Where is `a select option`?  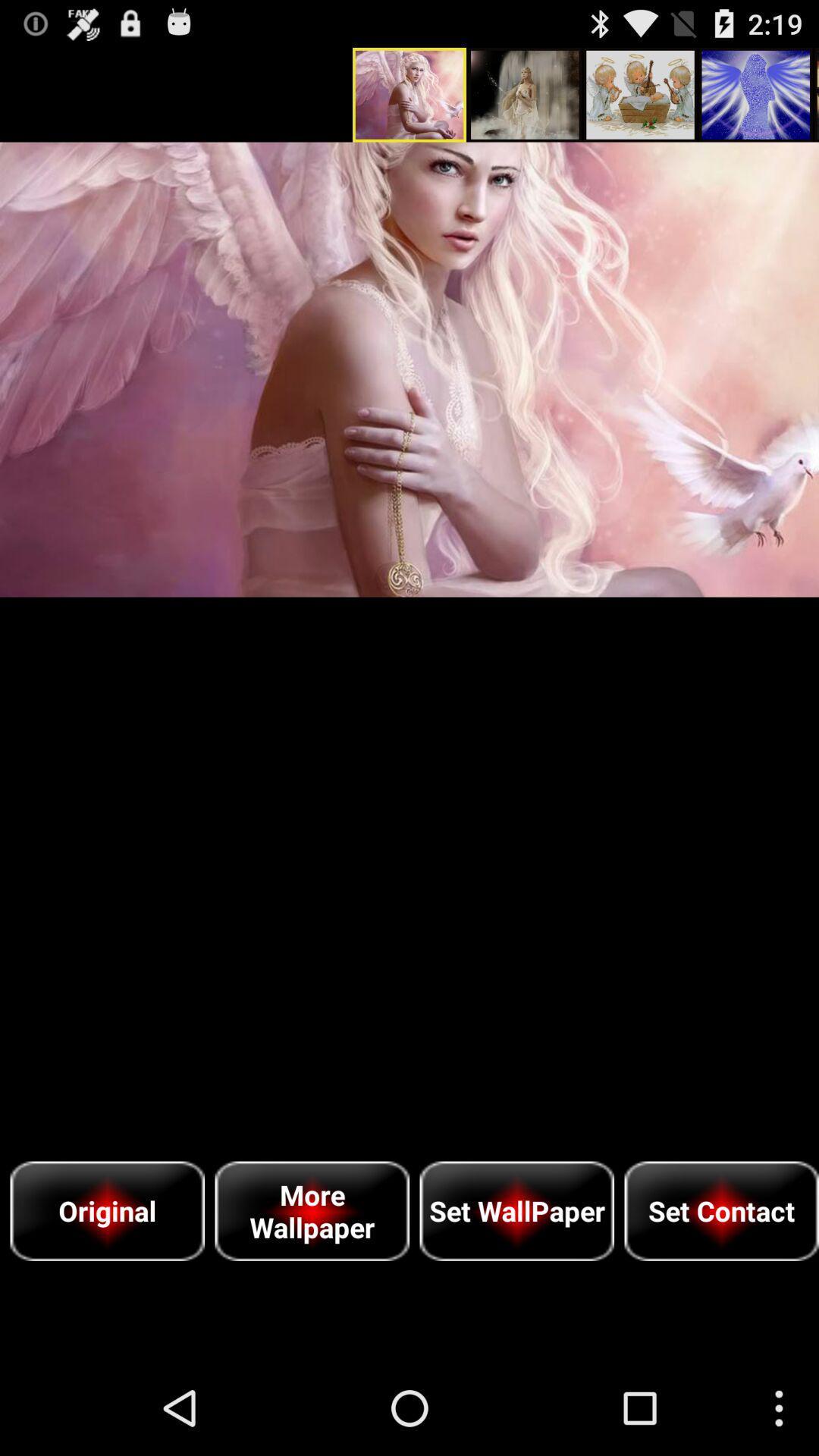 a select option is located at coordinates (409, 369).